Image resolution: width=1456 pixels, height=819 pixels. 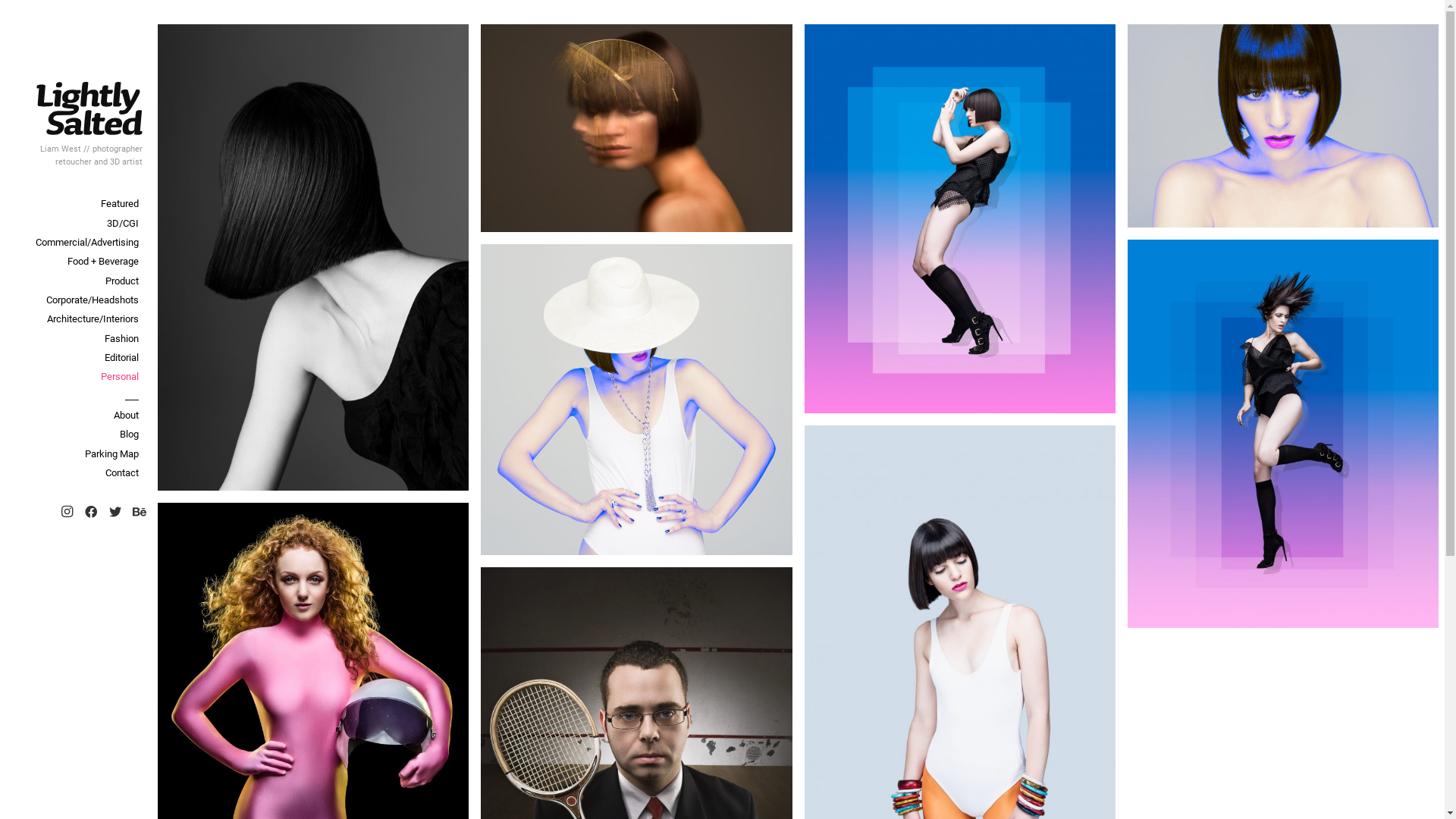 I want to click on 'Corporate/Headshots', so click(x=0, y=300).